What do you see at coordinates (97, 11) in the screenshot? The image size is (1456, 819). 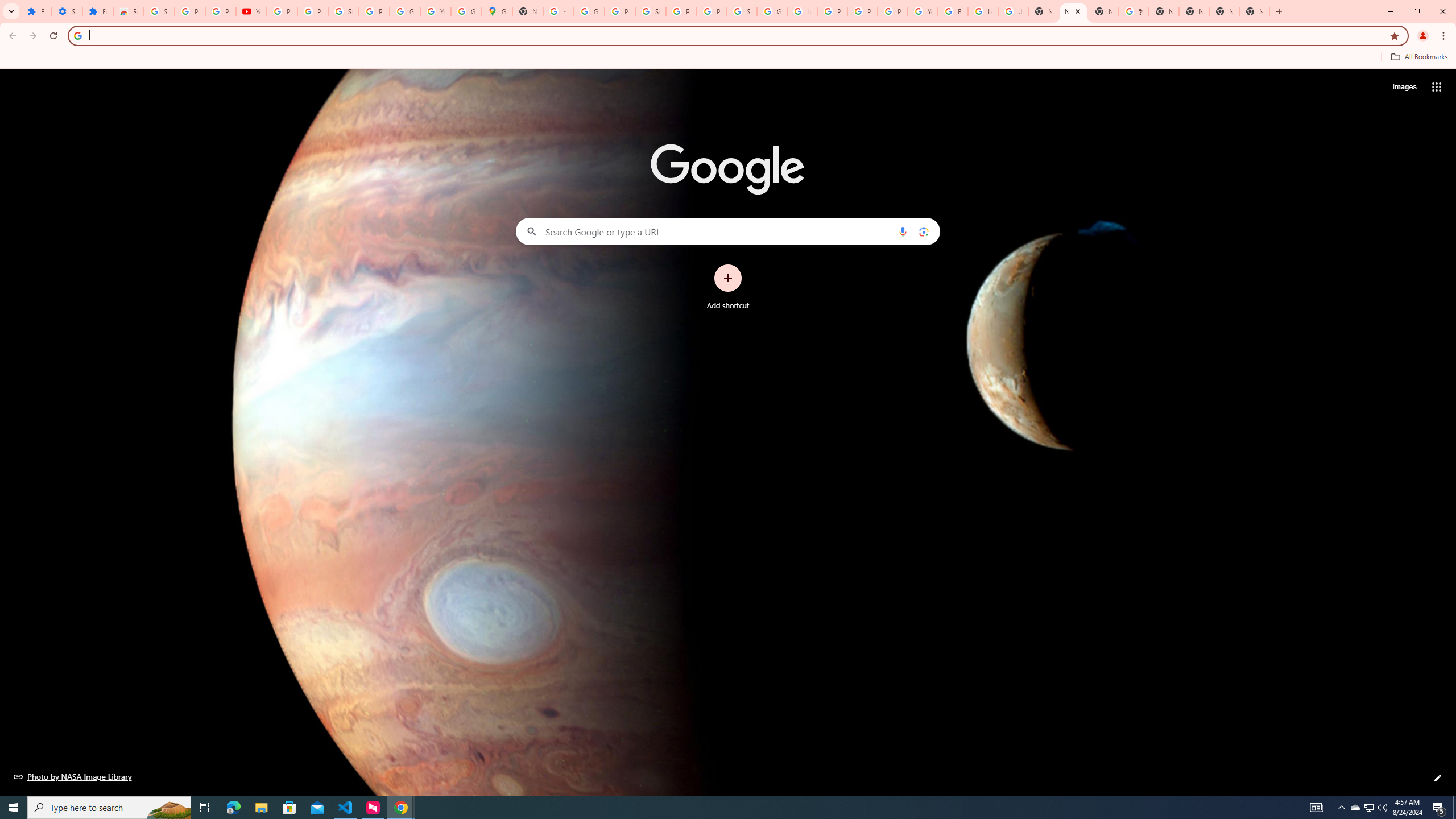 I see `'Extensions'` at bounding box center [97, 11].